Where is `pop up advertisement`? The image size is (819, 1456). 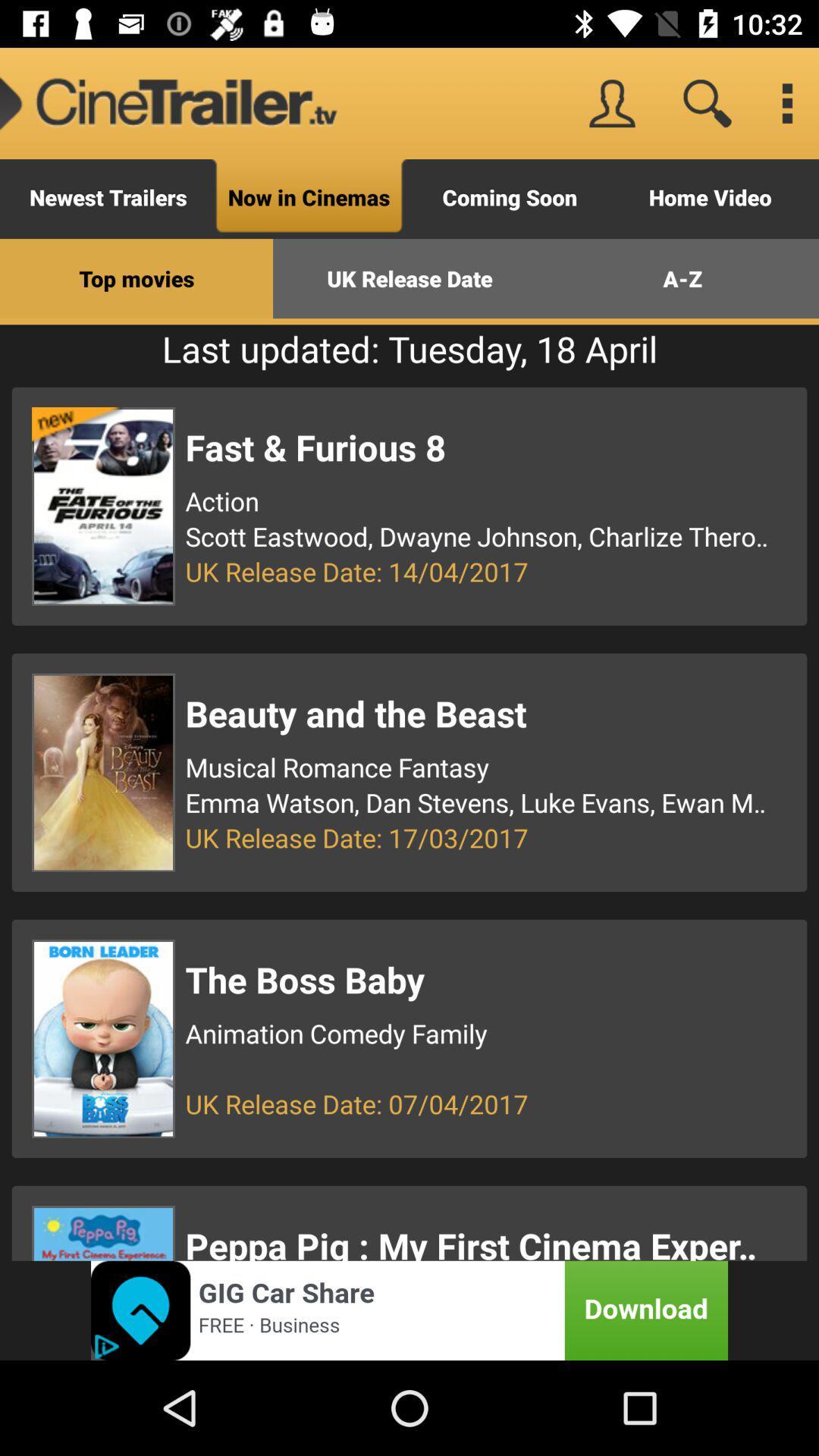 pop up advertisement is located at coordinates (409, 1310).